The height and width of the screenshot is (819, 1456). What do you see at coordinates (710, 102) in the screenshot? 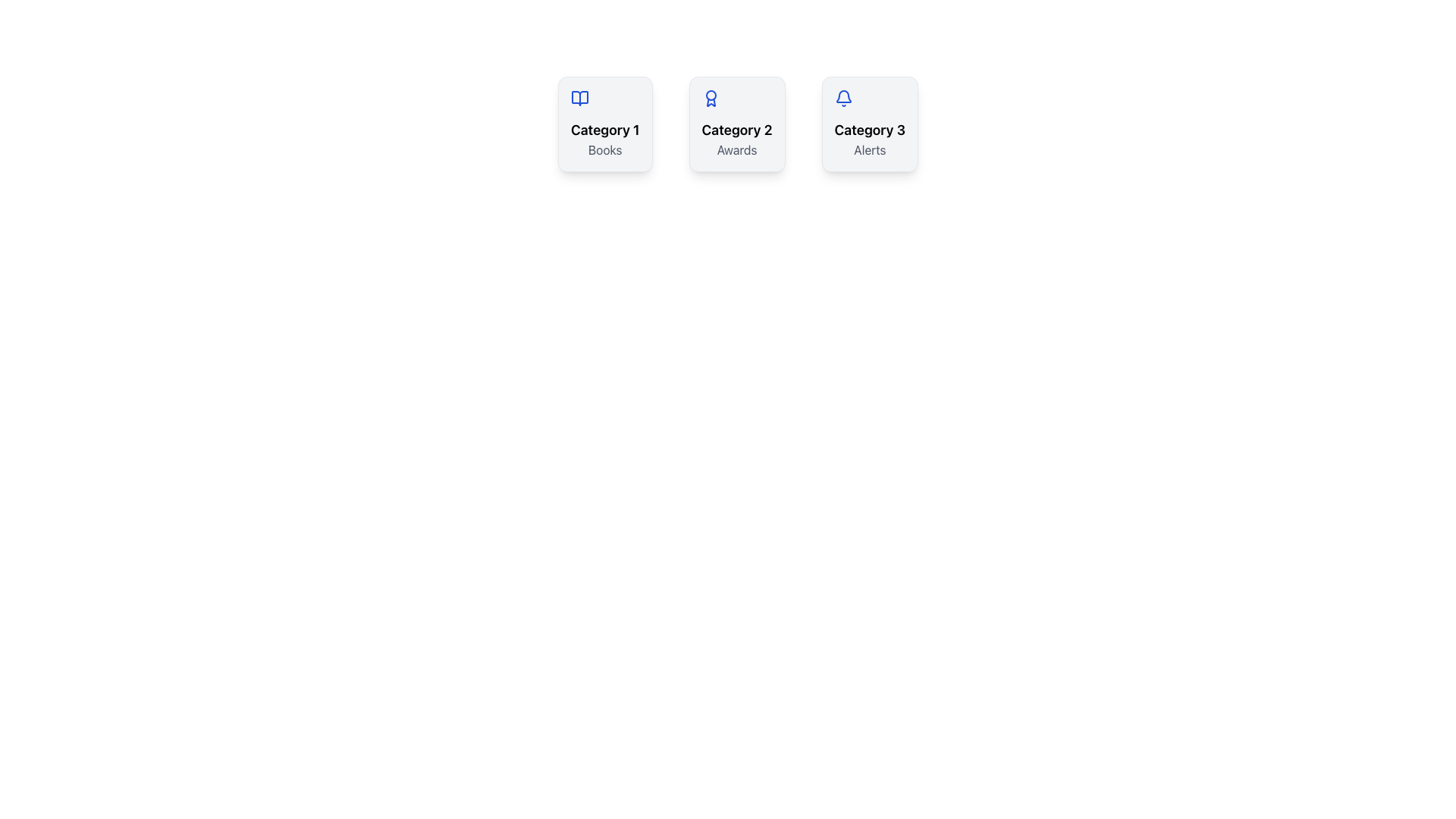
I see `the non-interactive Icon decoration within the 'Category 2 Awards' card, which enhances the award theme` at bounding box center [710, 102].